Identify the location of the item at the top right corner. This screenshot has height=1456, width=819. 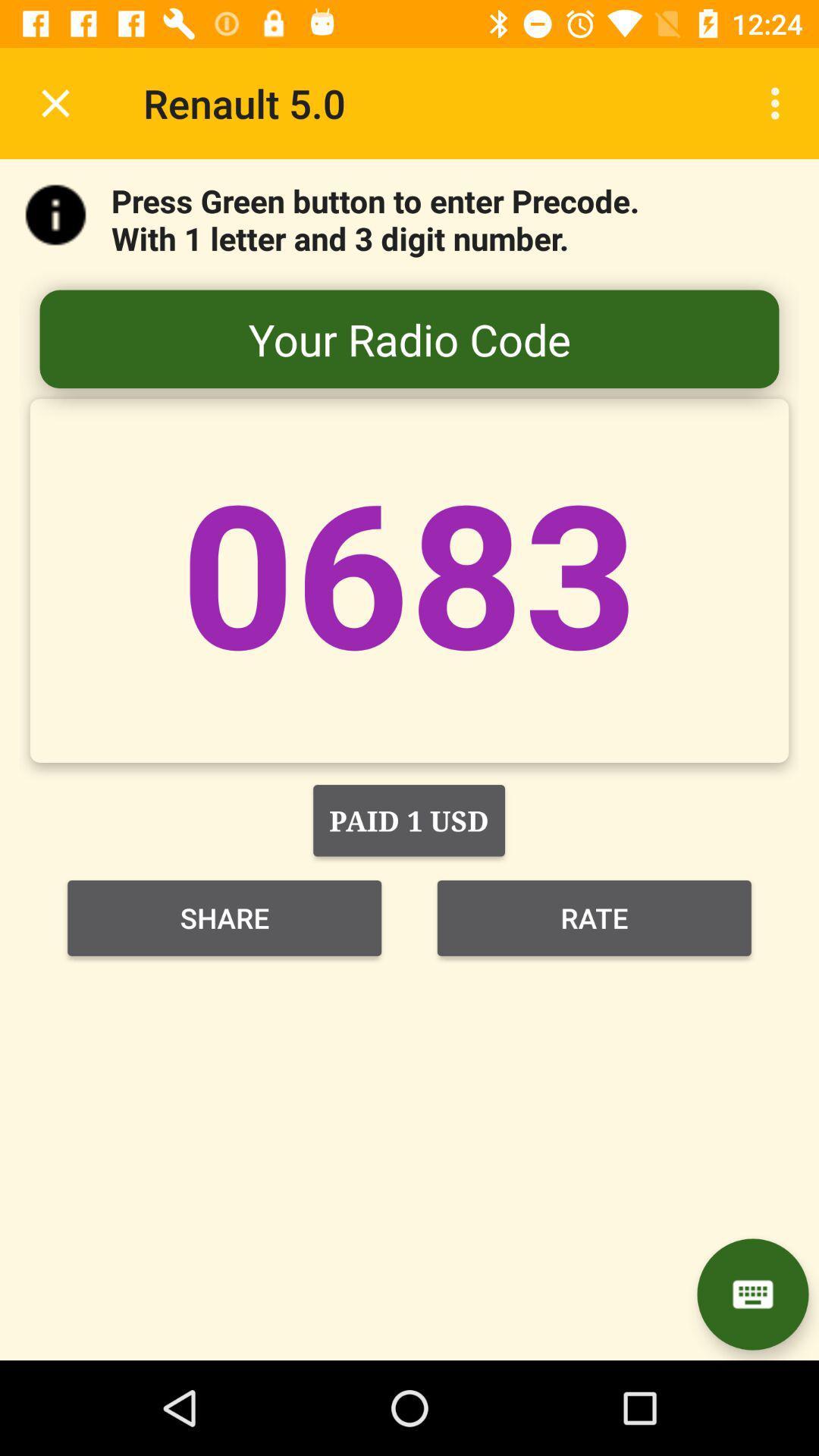
(779, 102).